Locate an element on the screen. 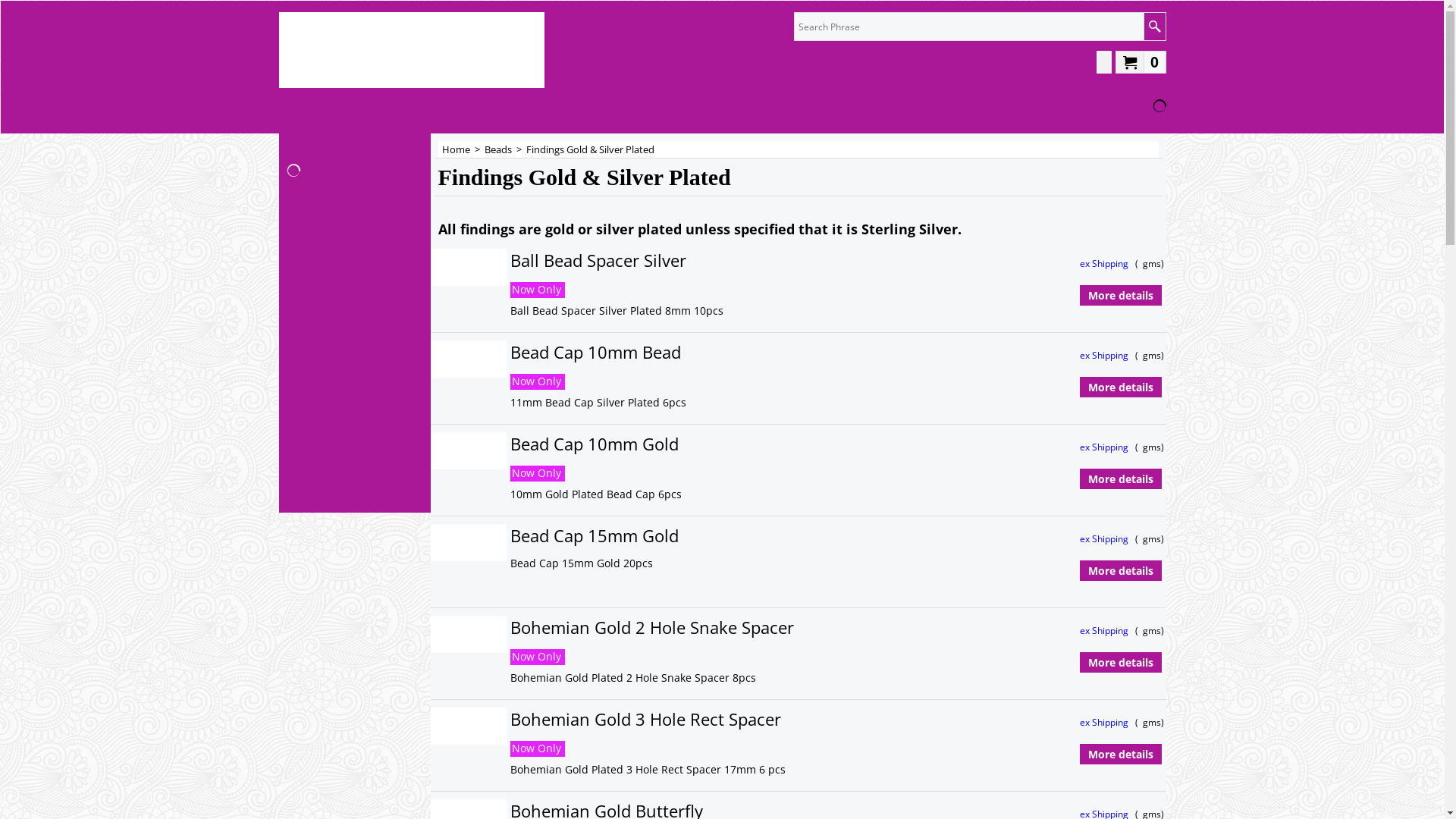  'More details' is located at coordinates (1120, 479).